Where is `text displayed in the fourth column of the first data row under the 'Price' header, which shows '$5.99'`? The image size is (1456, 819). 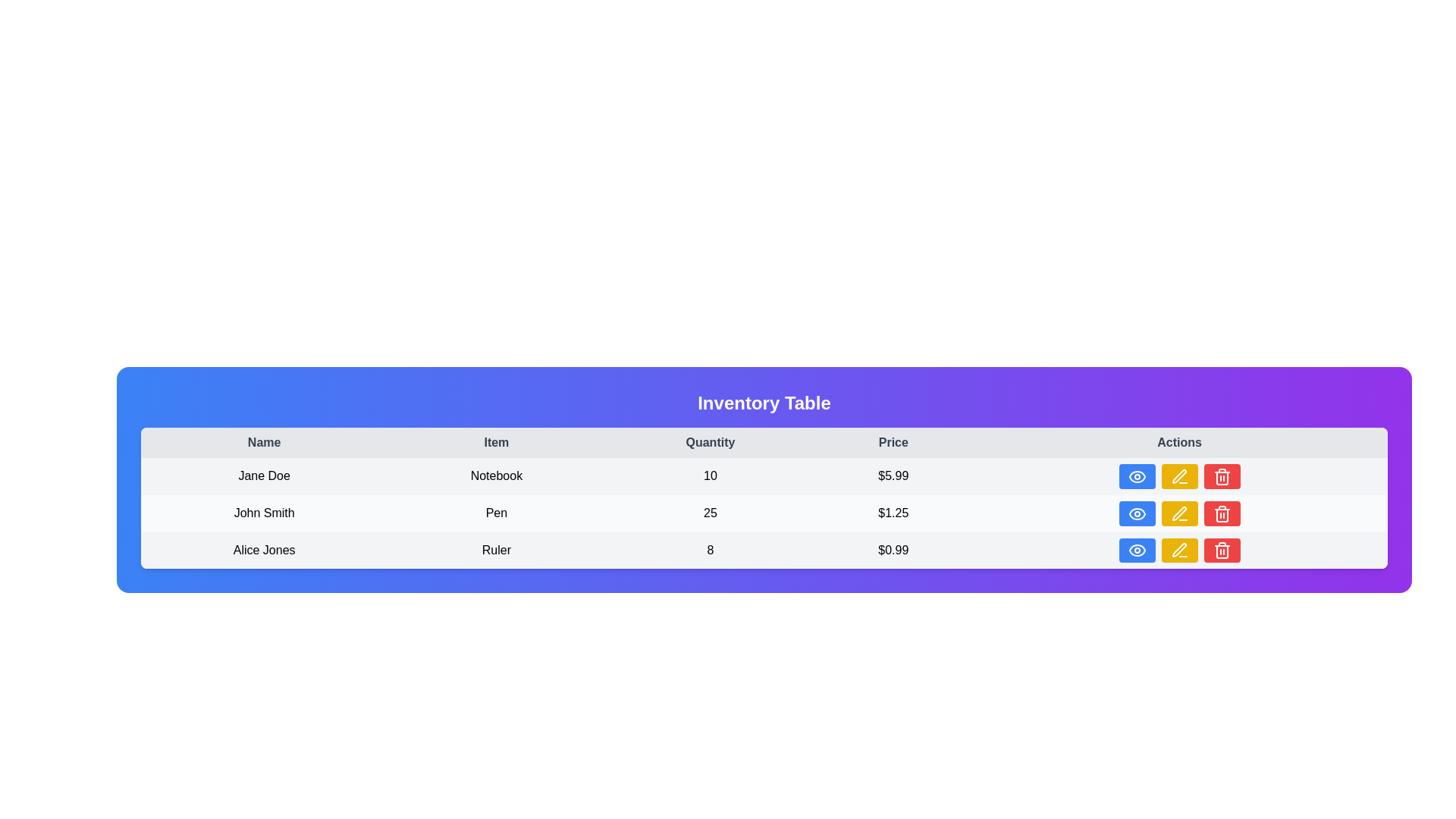 text displayed in the fourth column of the first data row under the 'Price' header, which shows '$5.99' is located at coordinates (893, 475).